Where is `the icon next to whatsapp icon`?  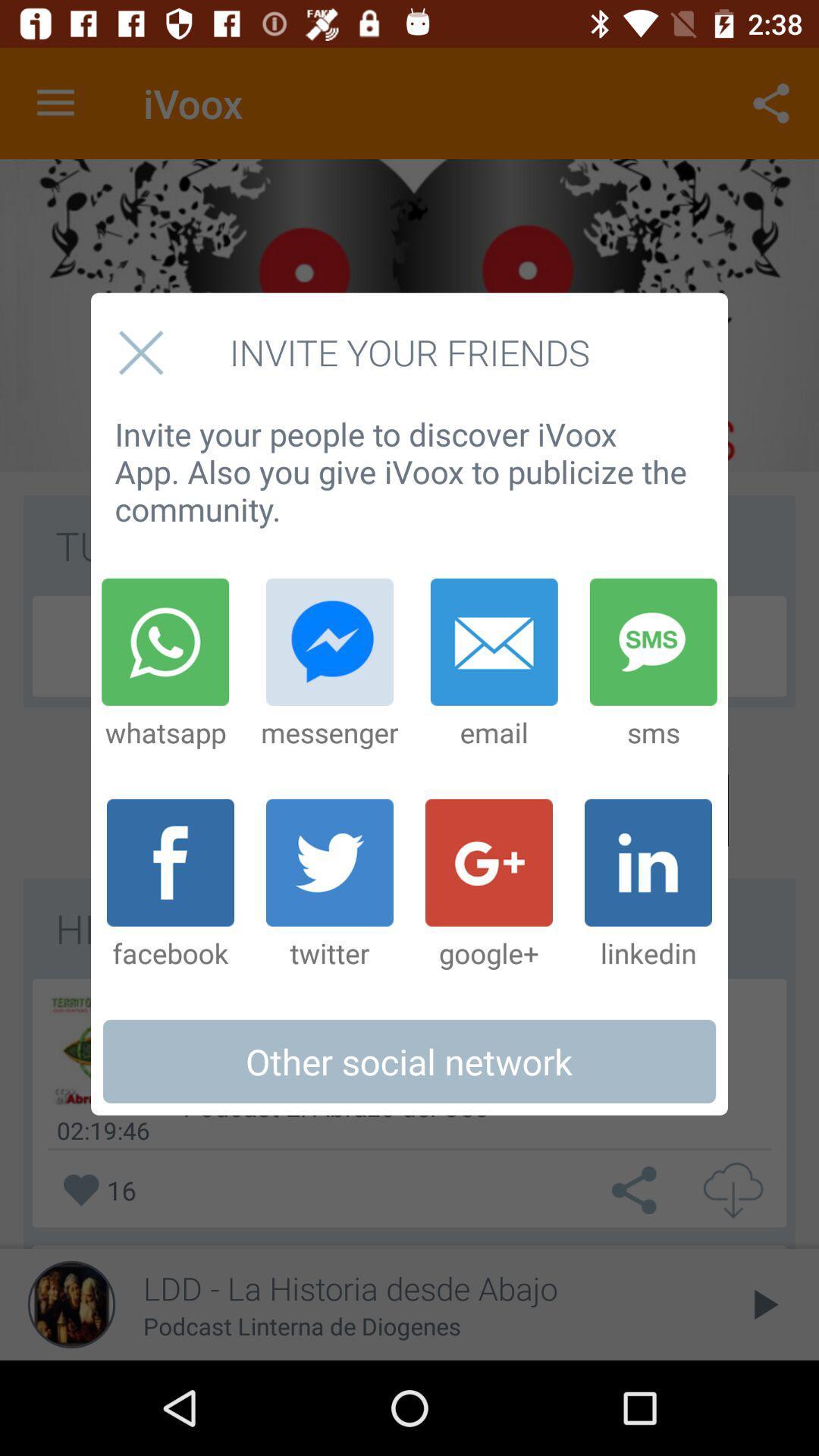 the icon next to whatsapp icon is located at coordinates (329, 664).